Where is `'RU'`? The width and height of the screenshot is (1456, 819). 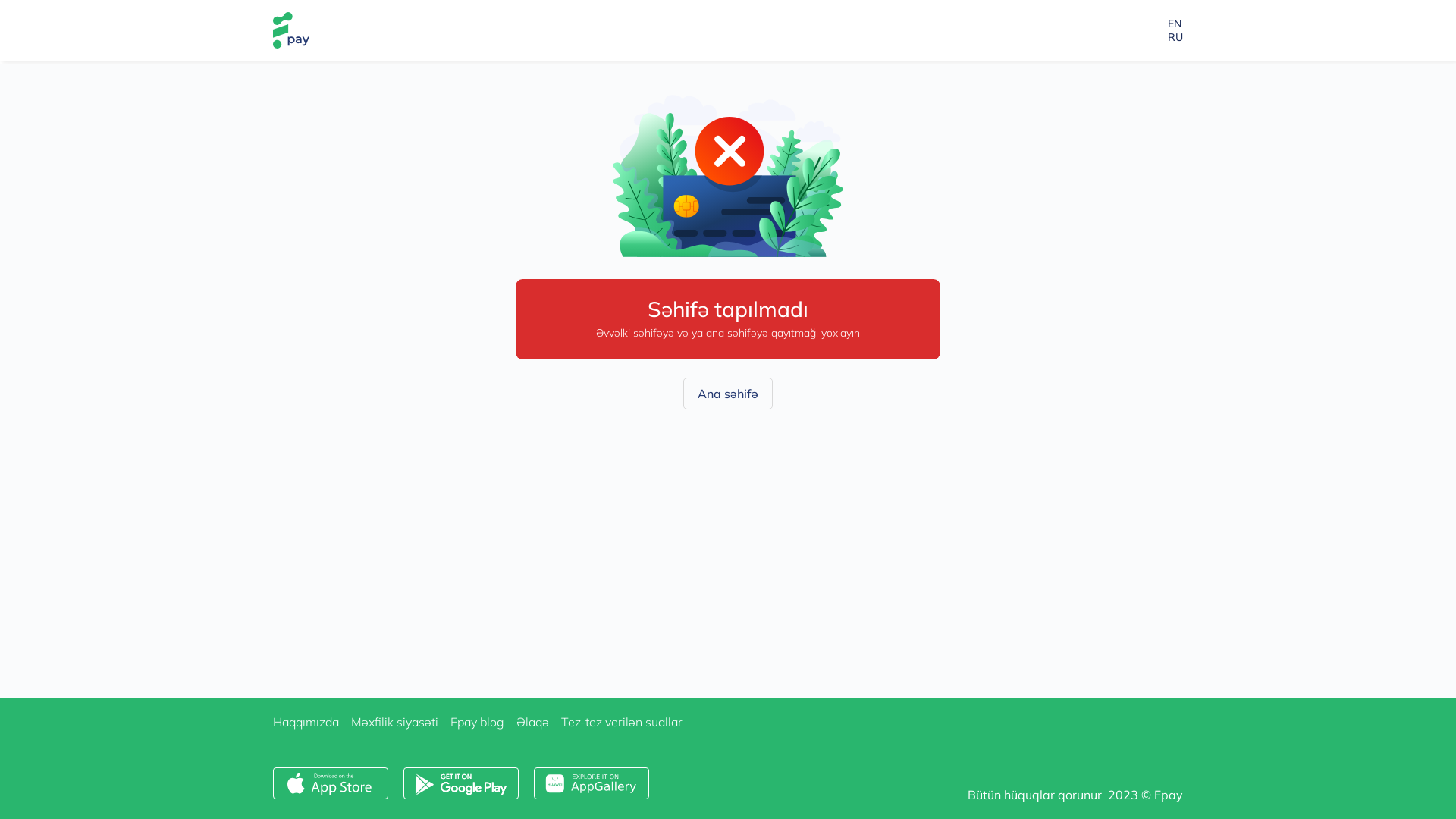 'RU' is located at coordinates (1167, 36).